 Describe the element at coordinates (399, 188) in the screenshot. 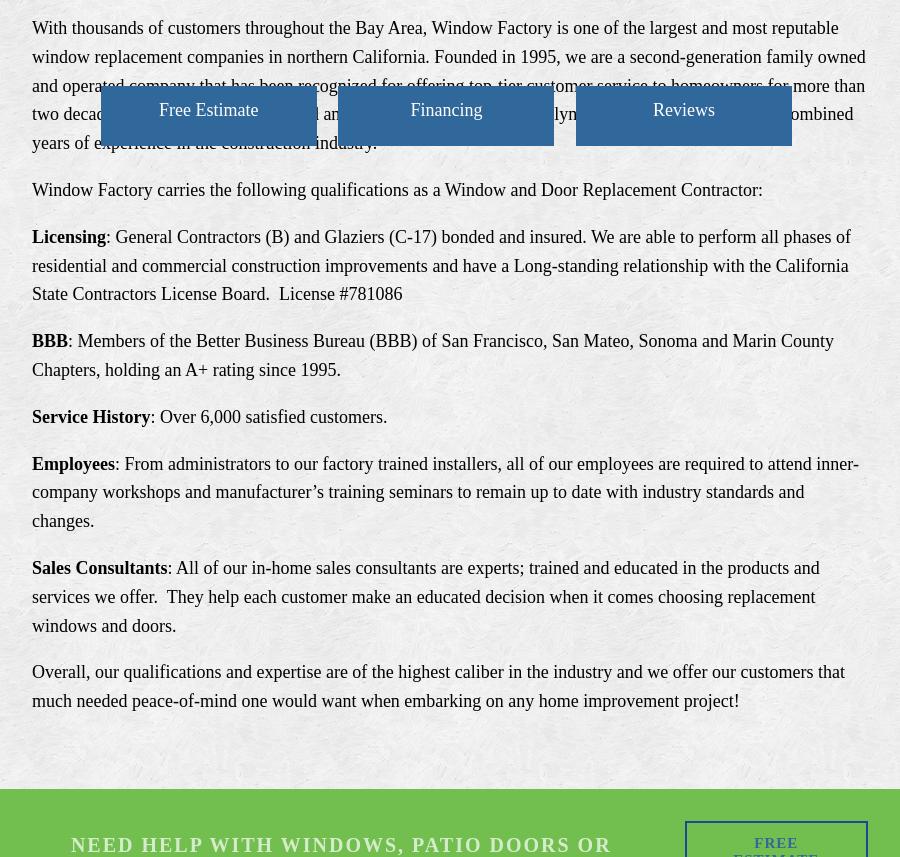

I see `'Window Factory carries the following qualifications as a Window and Door Replacement Contractor:'` at that location.